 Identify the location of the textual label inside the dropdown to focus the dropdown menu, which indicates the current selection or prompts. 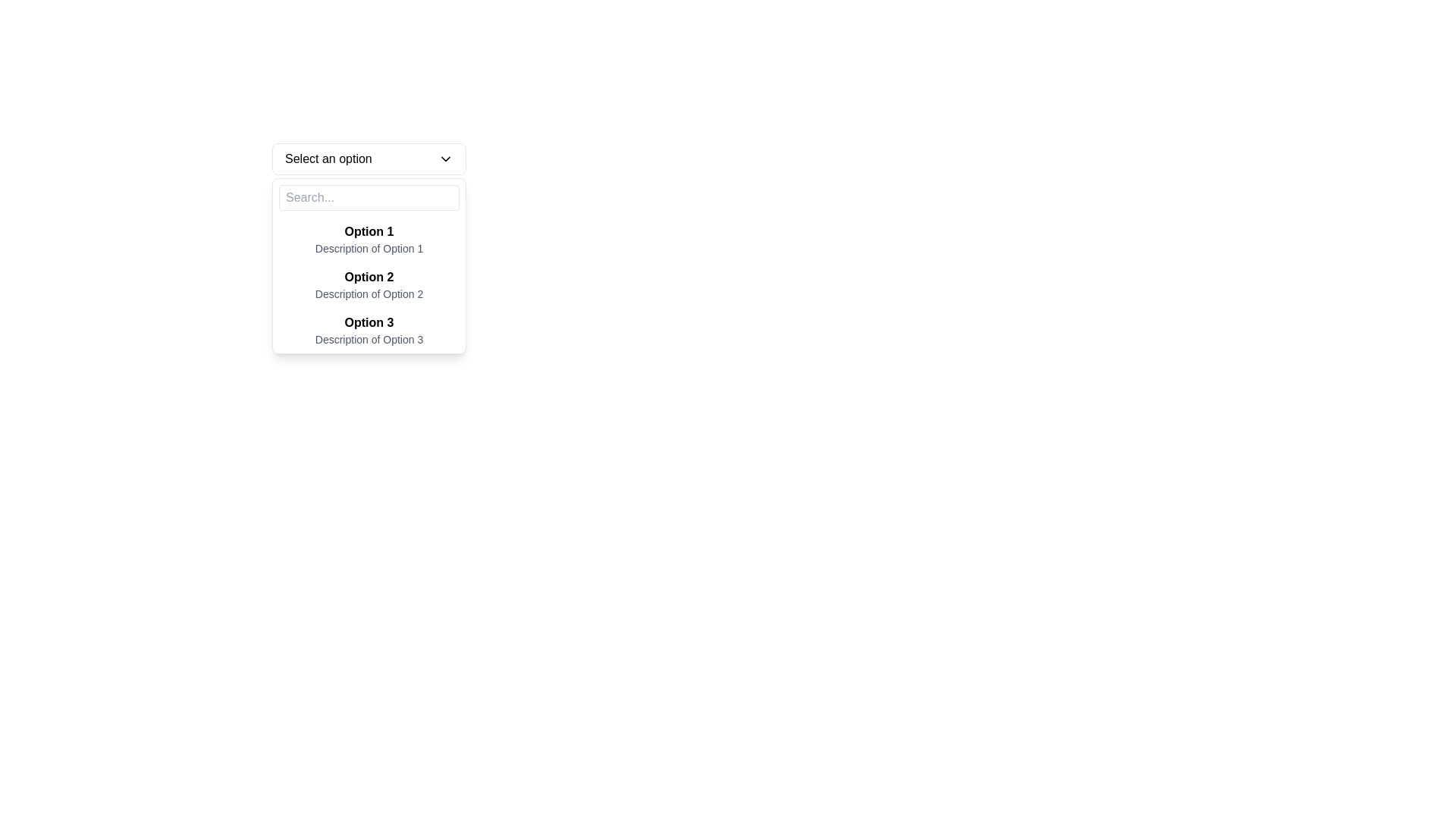
(328, 158).